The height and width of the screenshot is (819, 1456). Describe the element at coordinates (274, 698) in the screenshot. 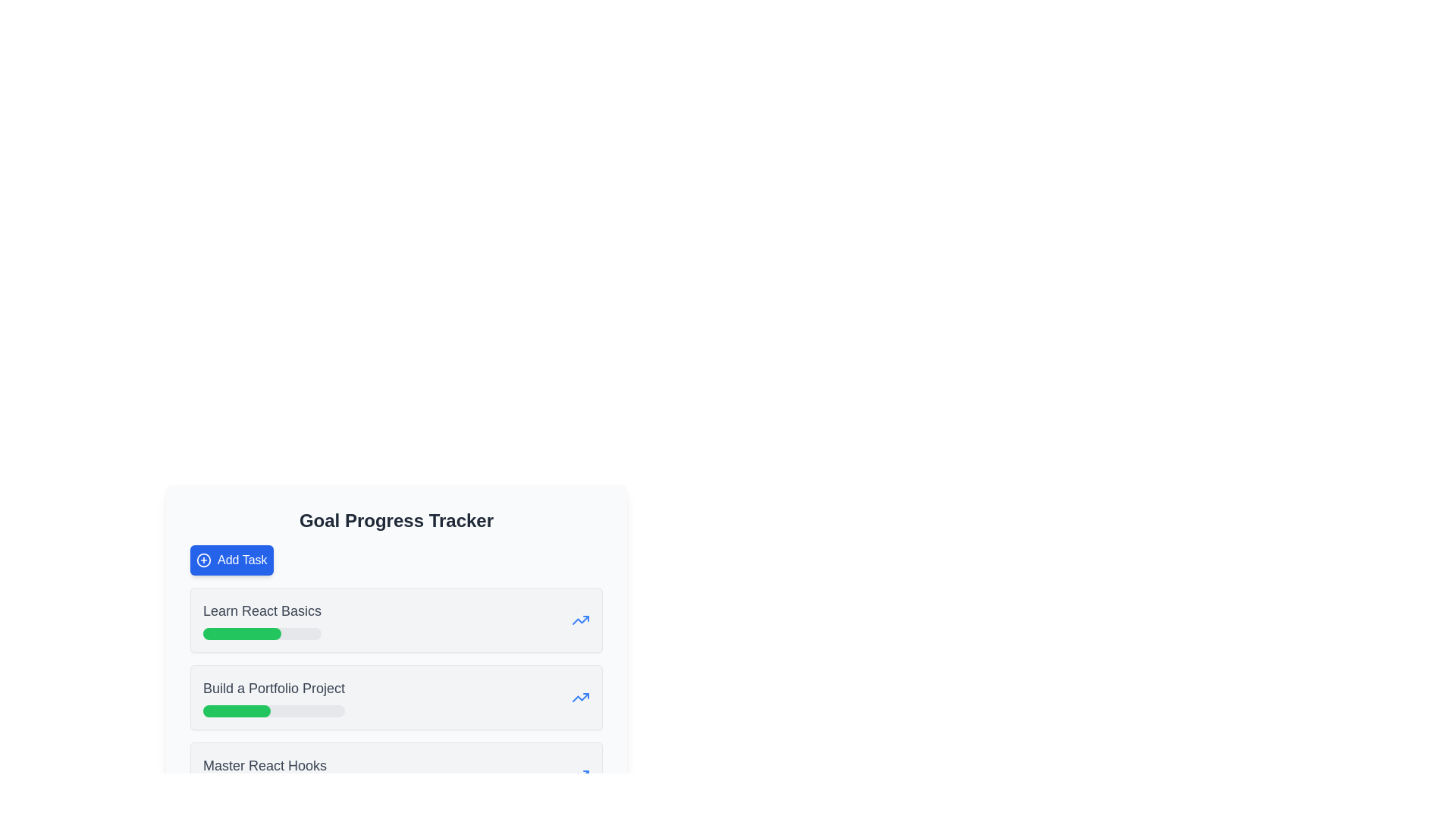

I see `progress value of the task item displaying 'Build a Portfolio Project', which is located in the 'Goal Progress Tracker' section, between 'Learn React Basics' and 'Master React Hooks'` at that location.